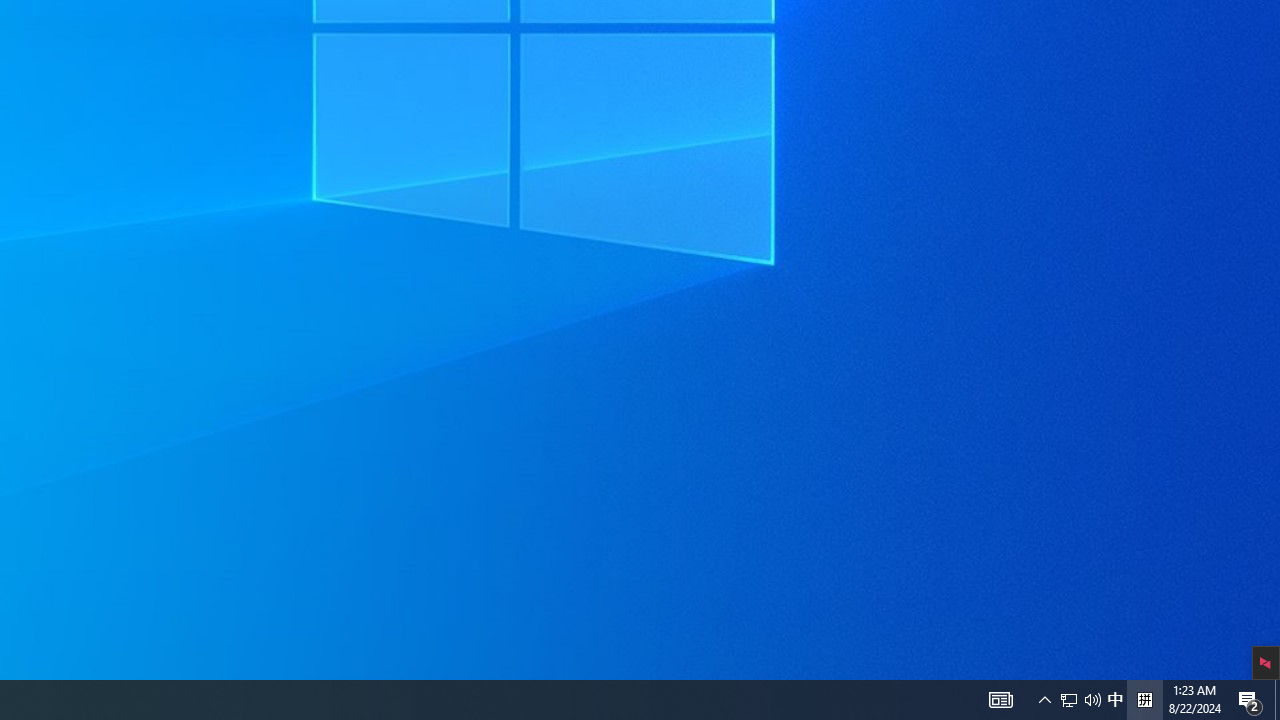 This screenshot has height=720, width=1280. I want to click on 'Action Center, 2 new notifications', so click(1276, 698).